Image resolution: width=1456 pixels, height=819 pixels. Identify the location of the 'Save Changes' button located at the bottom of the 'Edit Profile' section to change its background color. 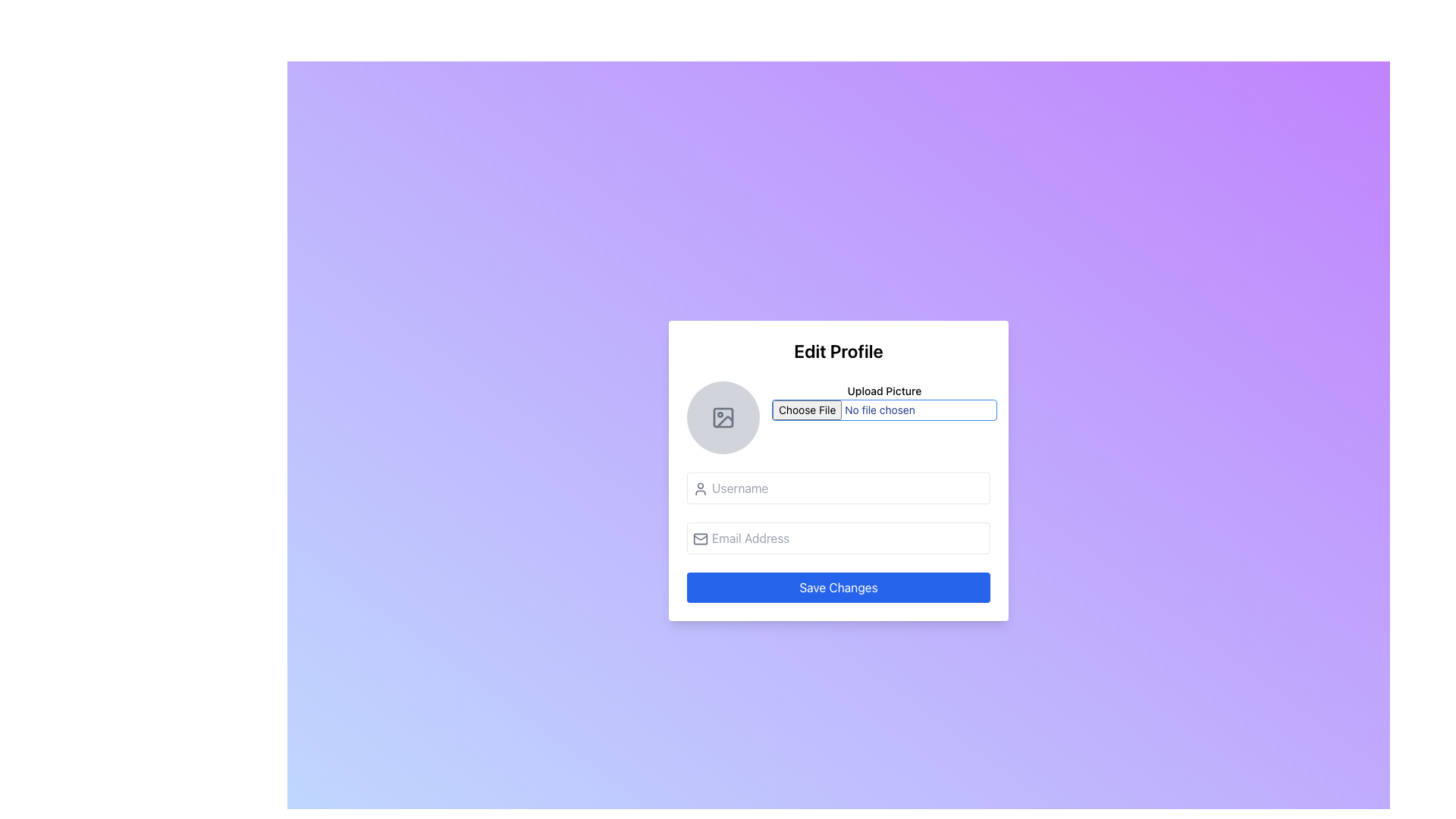
(837, 587).